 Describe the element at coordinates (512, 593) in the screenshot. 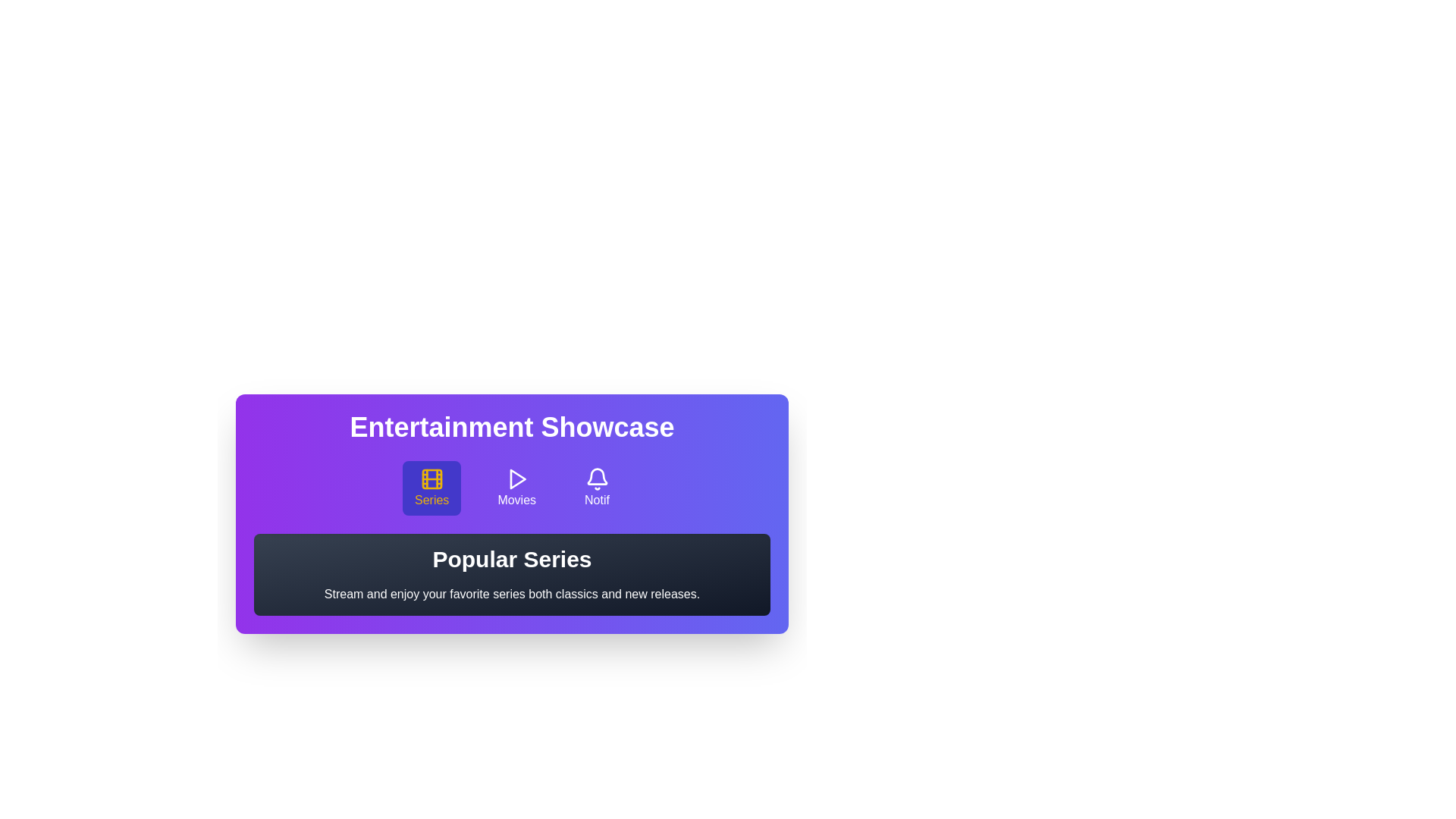

I see `text label providing a description or tagline related to the 'Popular Series' section, located below the 'Popular Series' title in the 'Entertainment Showcase' interface` at that location.